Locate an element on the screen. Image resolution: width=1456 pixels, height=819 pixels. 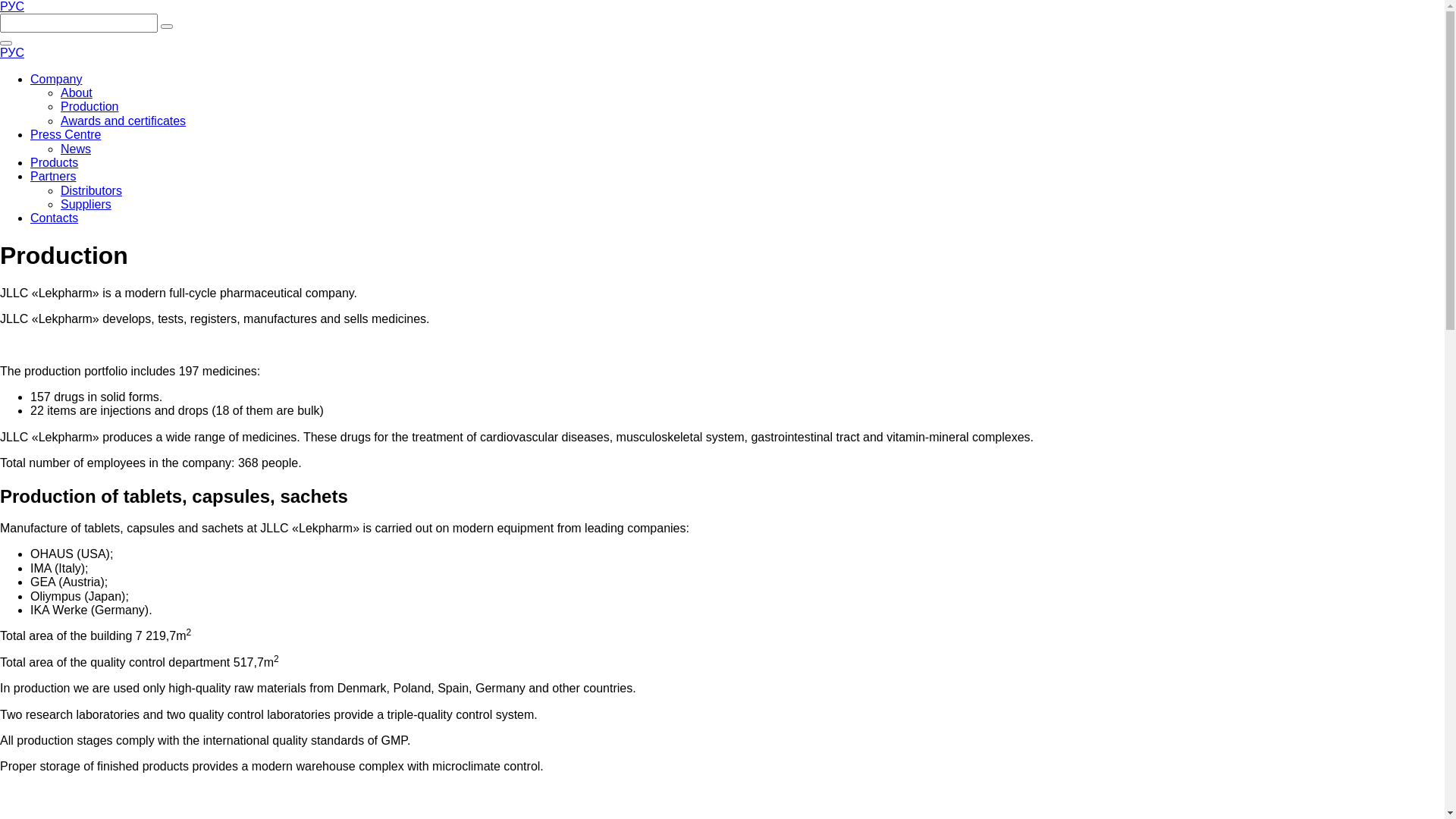
'Suppliers' is located at coordinates (85, 203).